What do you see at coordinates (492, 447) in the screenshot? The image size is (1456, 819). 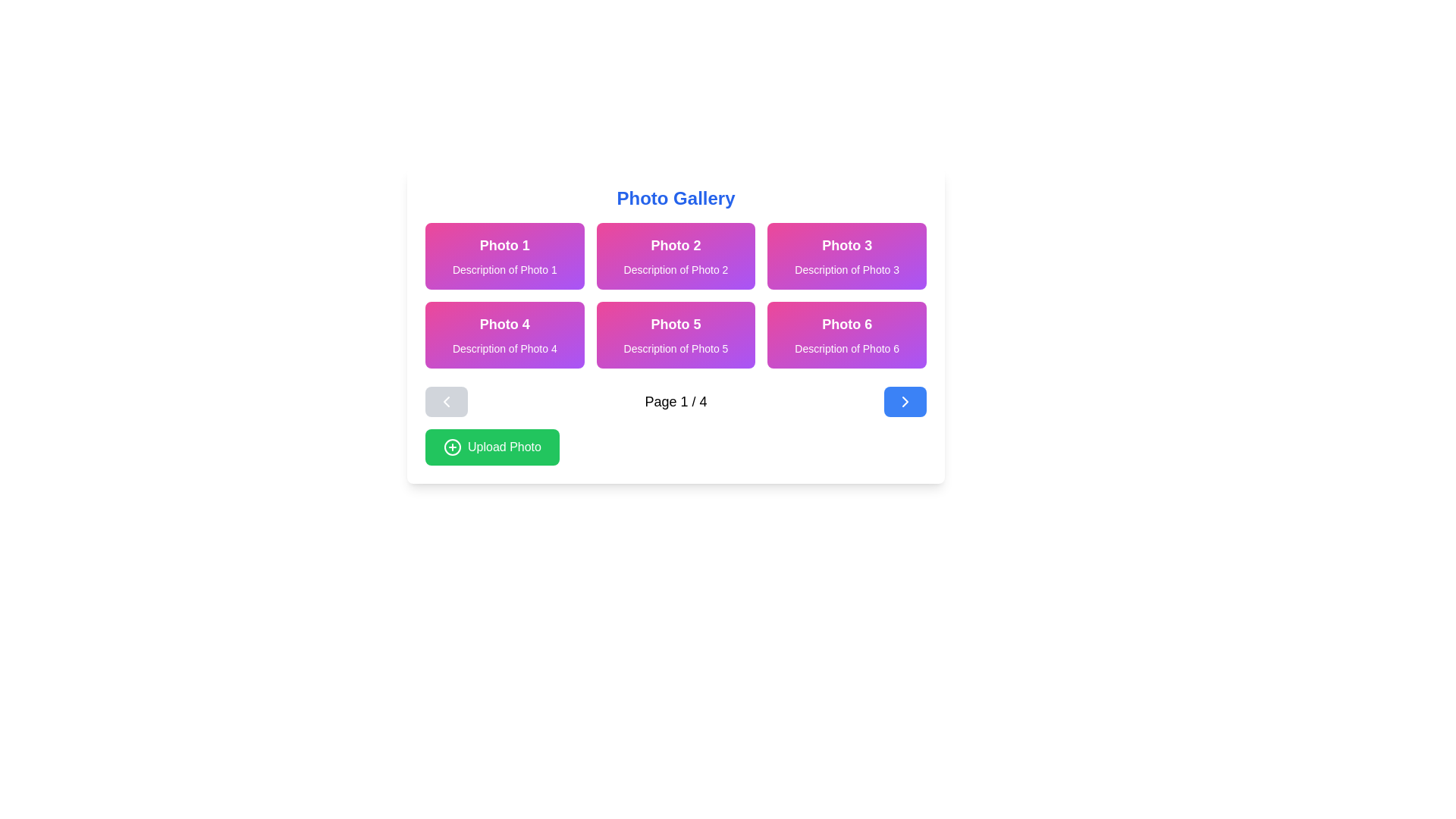 I see `the button located at the bottom-left corner of the 'Photo Gallery' section` at bounding box center [492, 447].